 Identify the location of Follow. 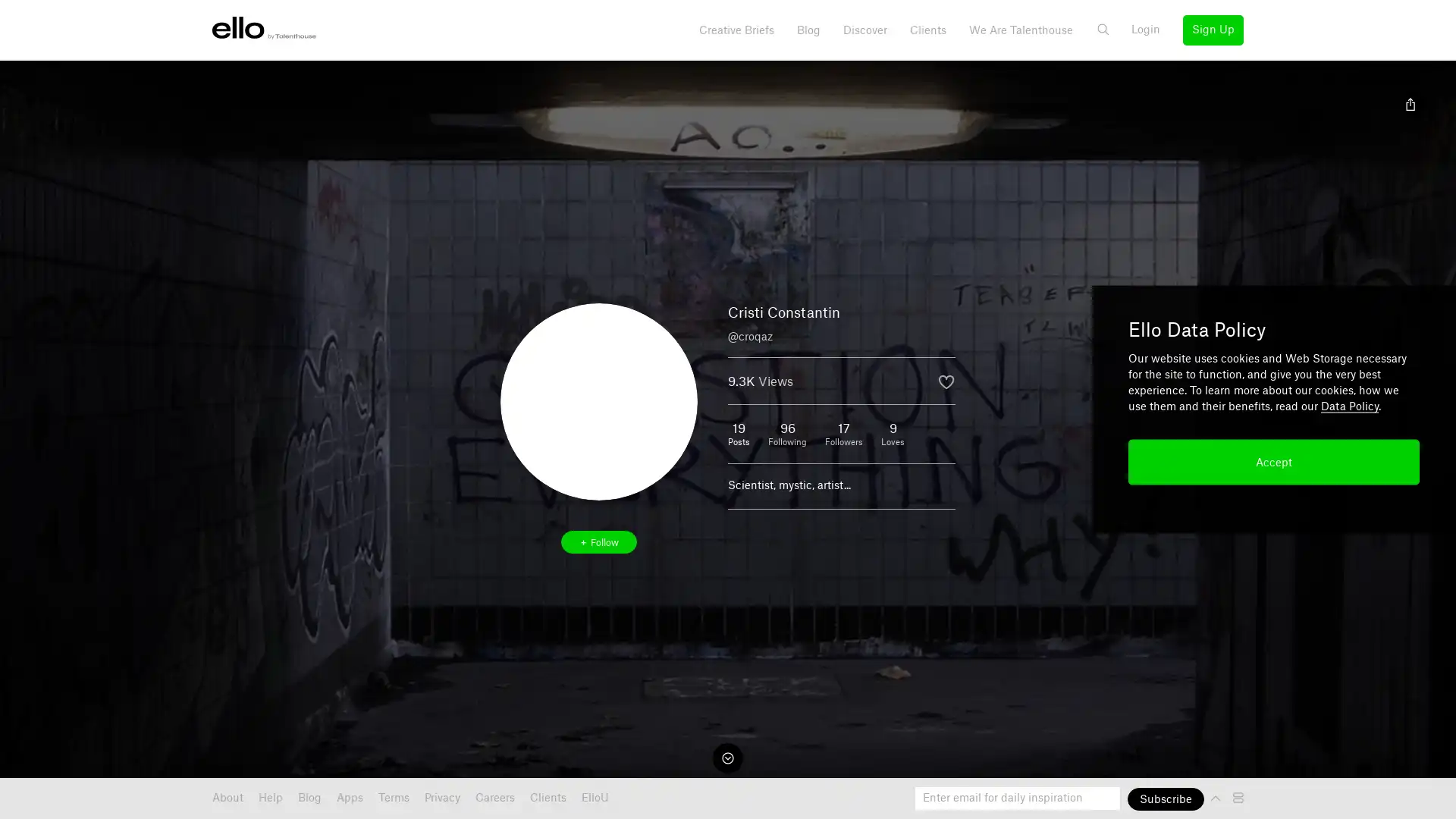
(598, 541).